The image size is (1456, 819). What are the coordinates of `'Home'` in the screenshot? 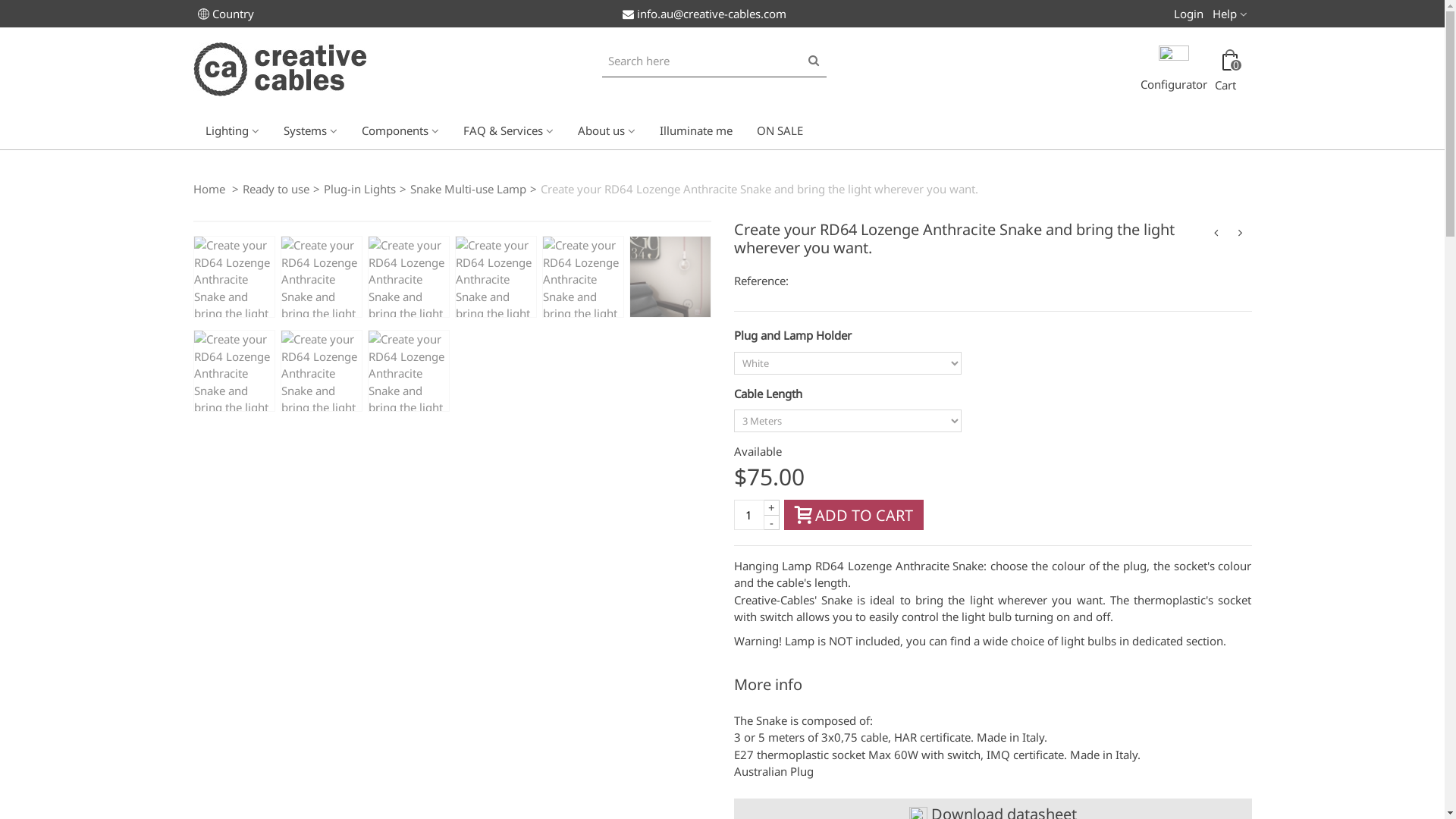 It's located at (209, 187).